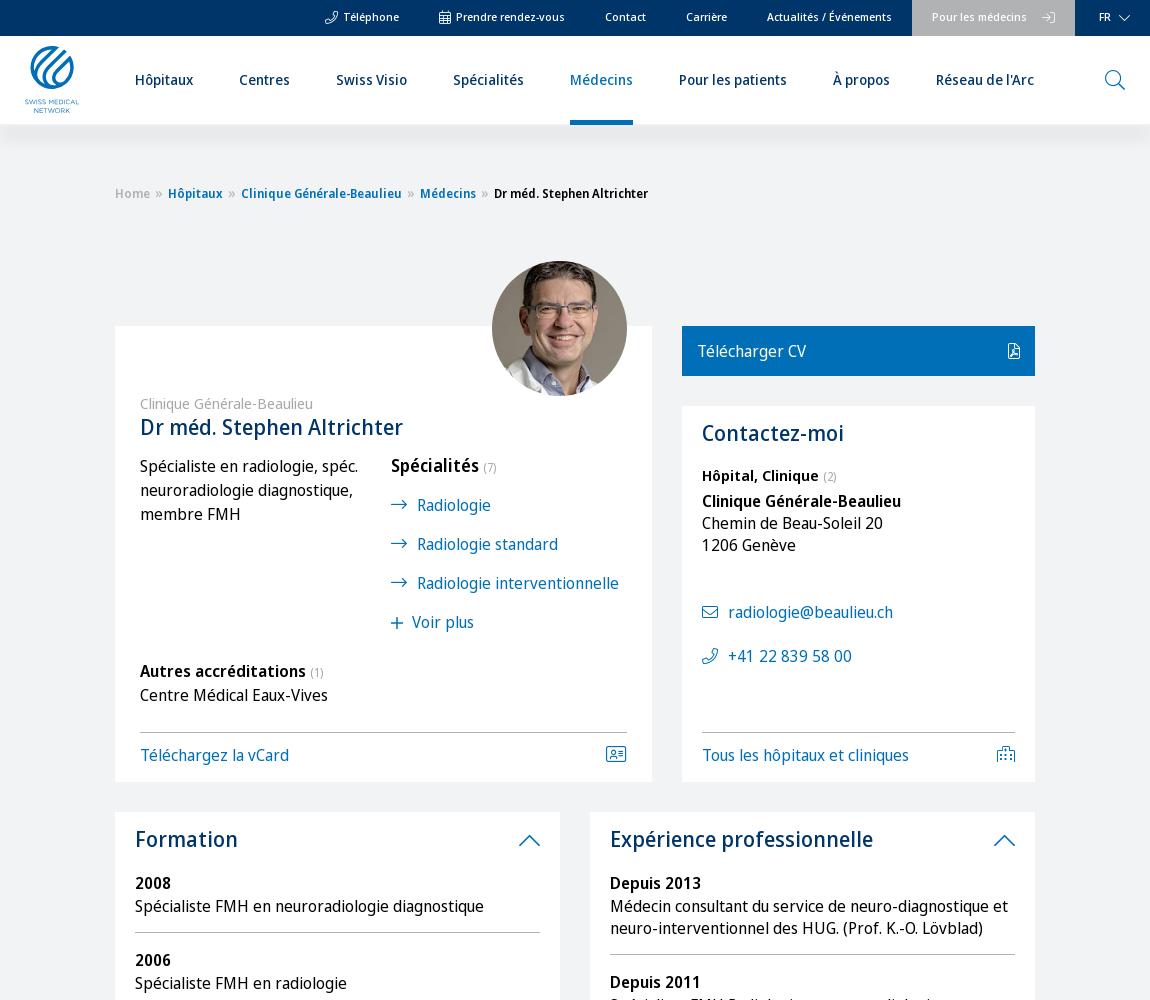  Describe the element at coordinates (1105, 16) in the screenshot. I see `'FR'` at that location.